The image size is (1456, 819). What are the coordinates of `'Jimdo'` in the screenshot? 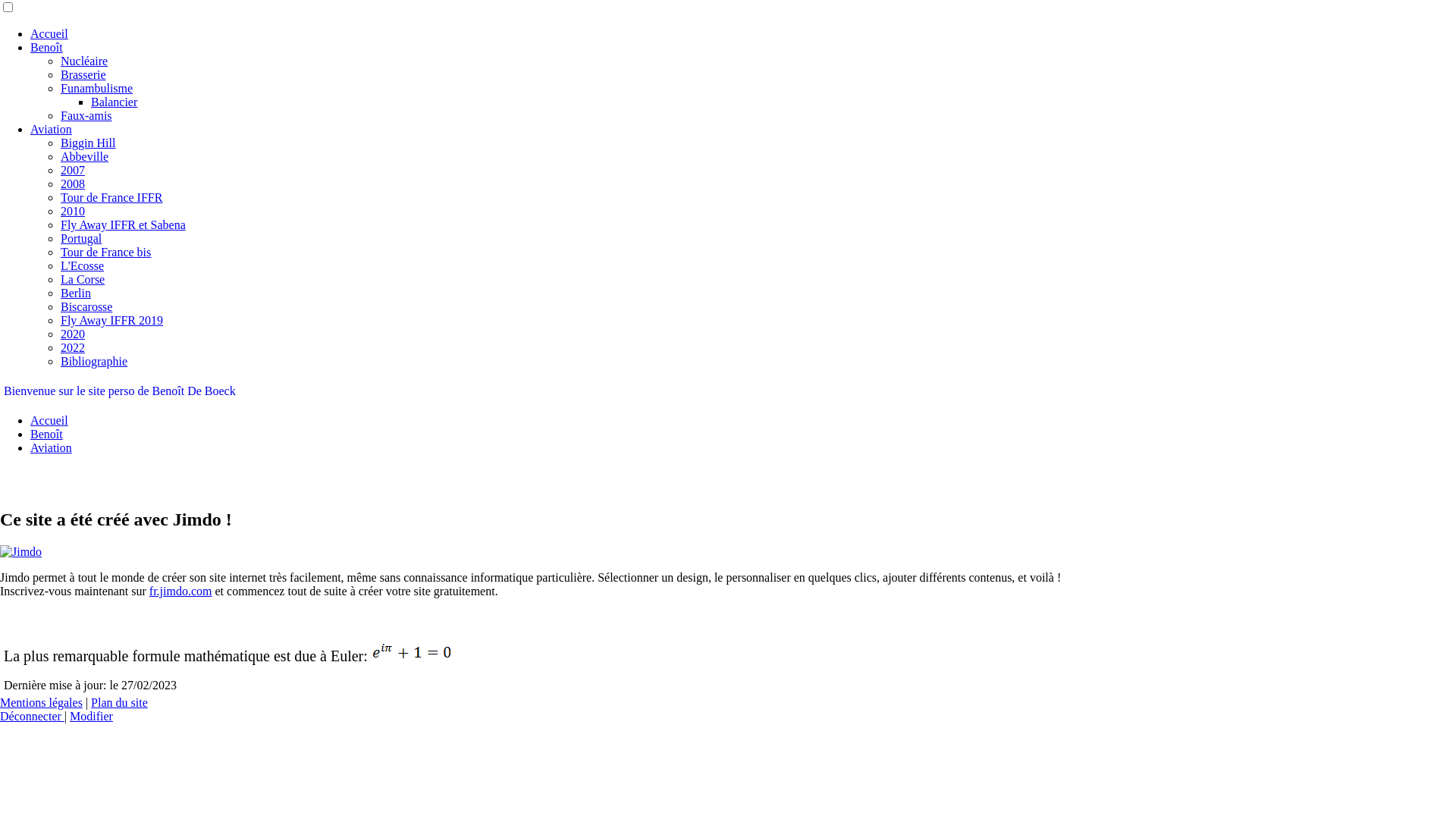 It's located at (20, 552).